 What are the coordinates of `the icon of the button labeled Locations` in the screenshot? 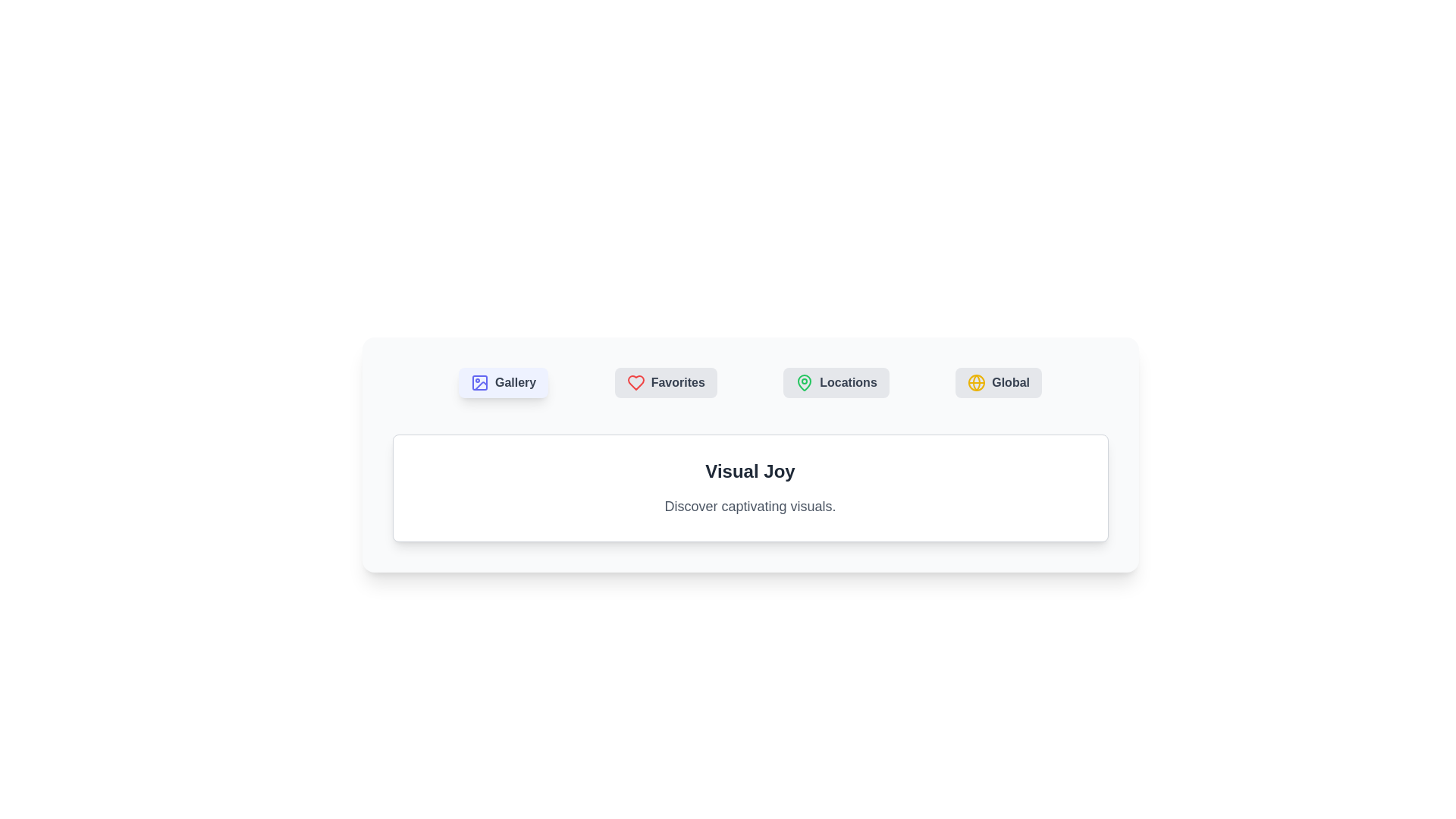 It's located at (804, 382).